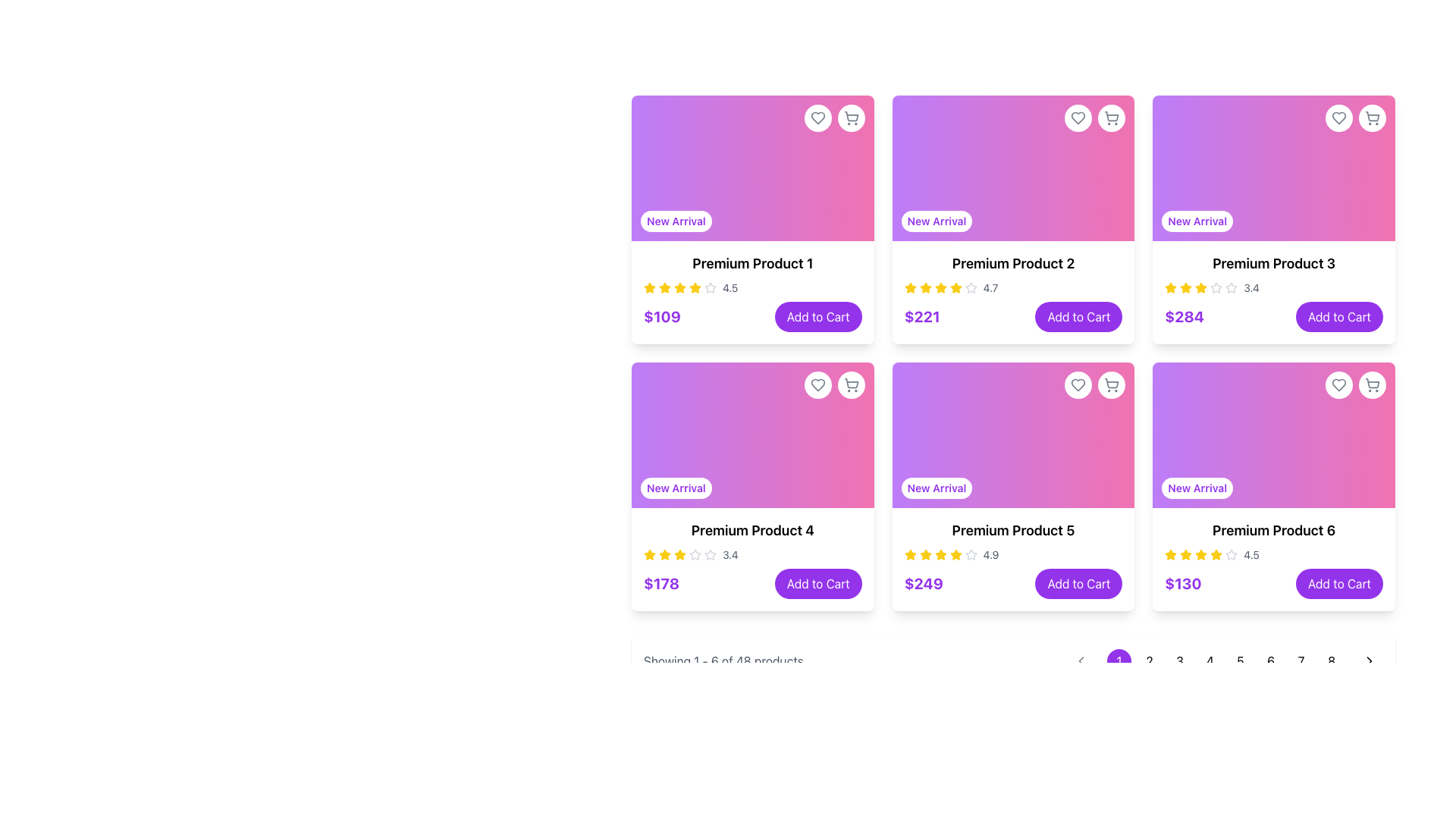 The height and width of the screenshot is (819, 1456). What do you see at coordinates (694, 554) in the screenshot?
I see `the third star in the five-star rating system located in the fourth product card of the second row to rate the product` at bounding box center [694, 554].